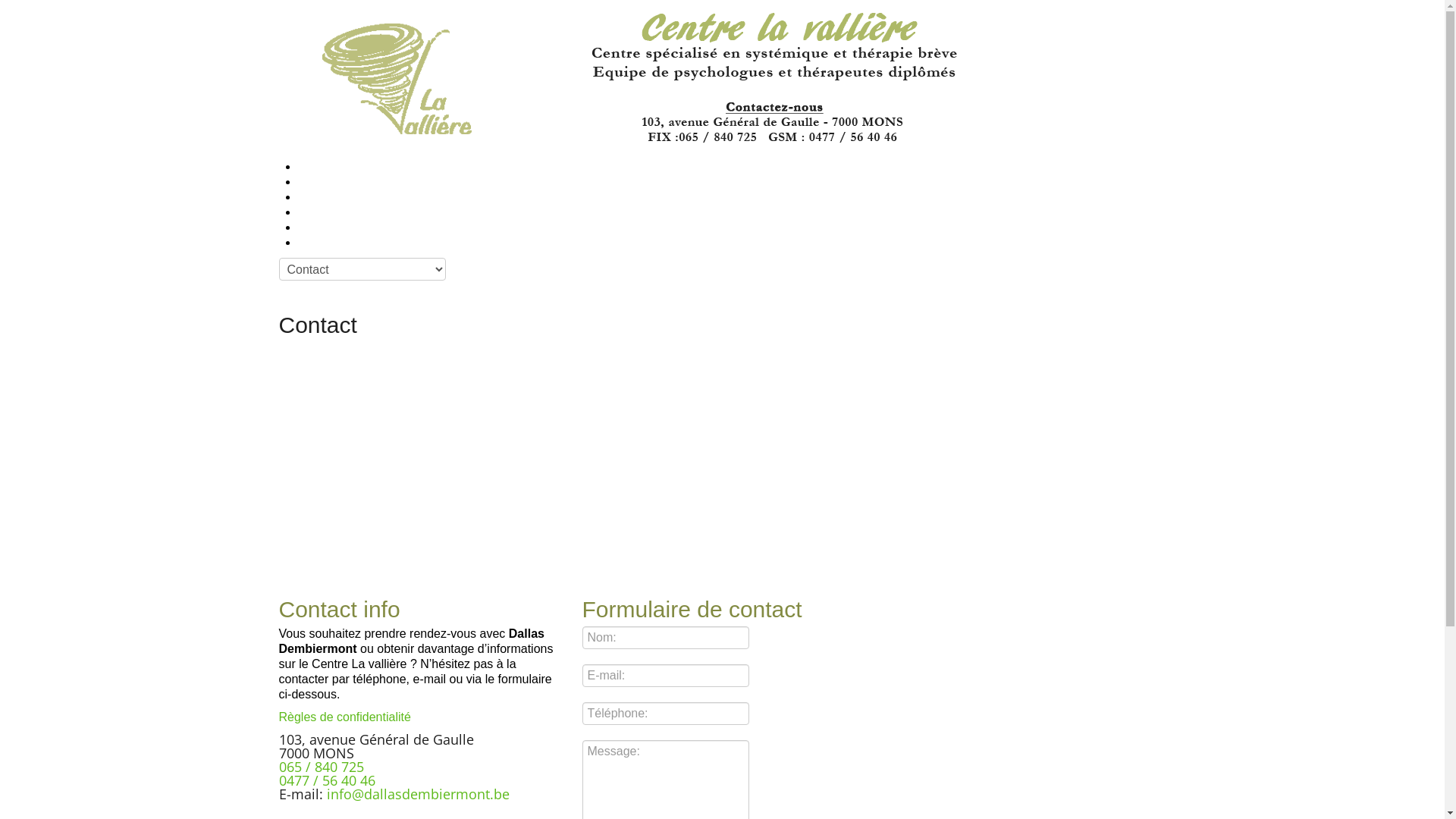 The height and width of the screenshot is (819, 1456). What do you see at coordinates (309, 196) in the screenshot?
I see `'Equipe'` at bounding box center [309, 196].